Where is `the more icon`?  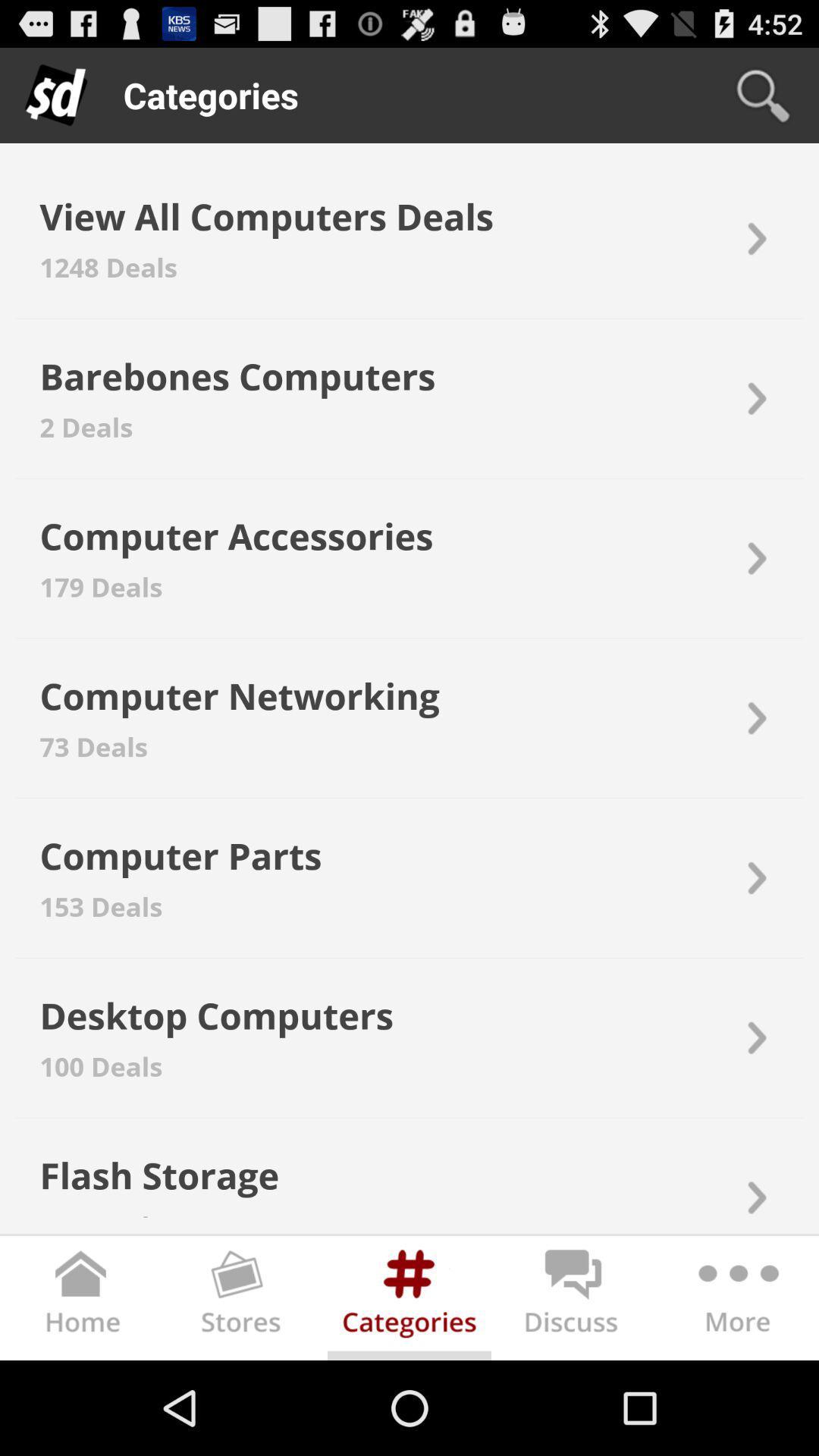
the more icon is located at coordinates (736, 1392).